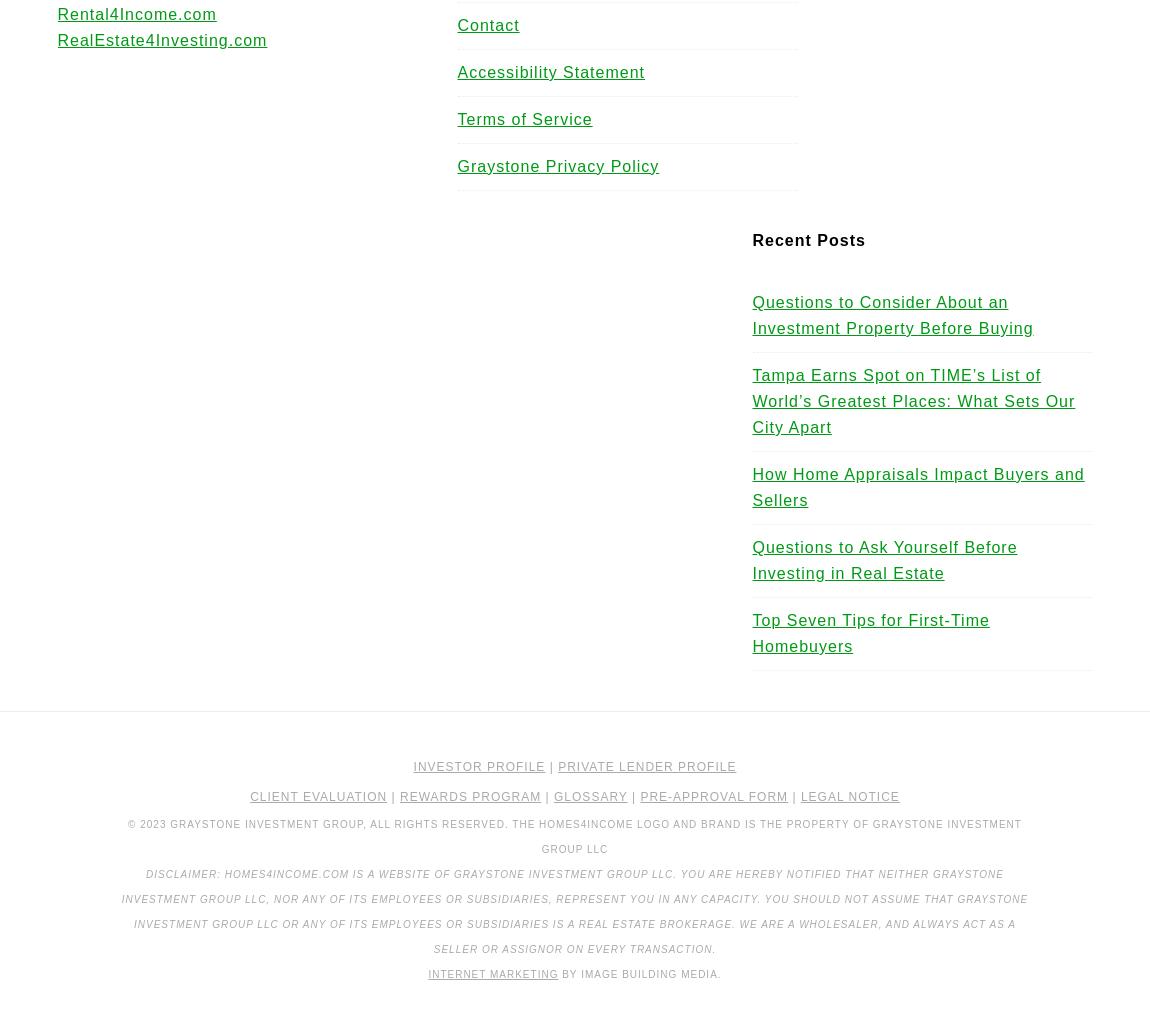 The width and height of the screenshot is (1150, 1023). Describe the element at coordinates (478, 766) in the screenshot. I see `'Investor Profile'` at that location.